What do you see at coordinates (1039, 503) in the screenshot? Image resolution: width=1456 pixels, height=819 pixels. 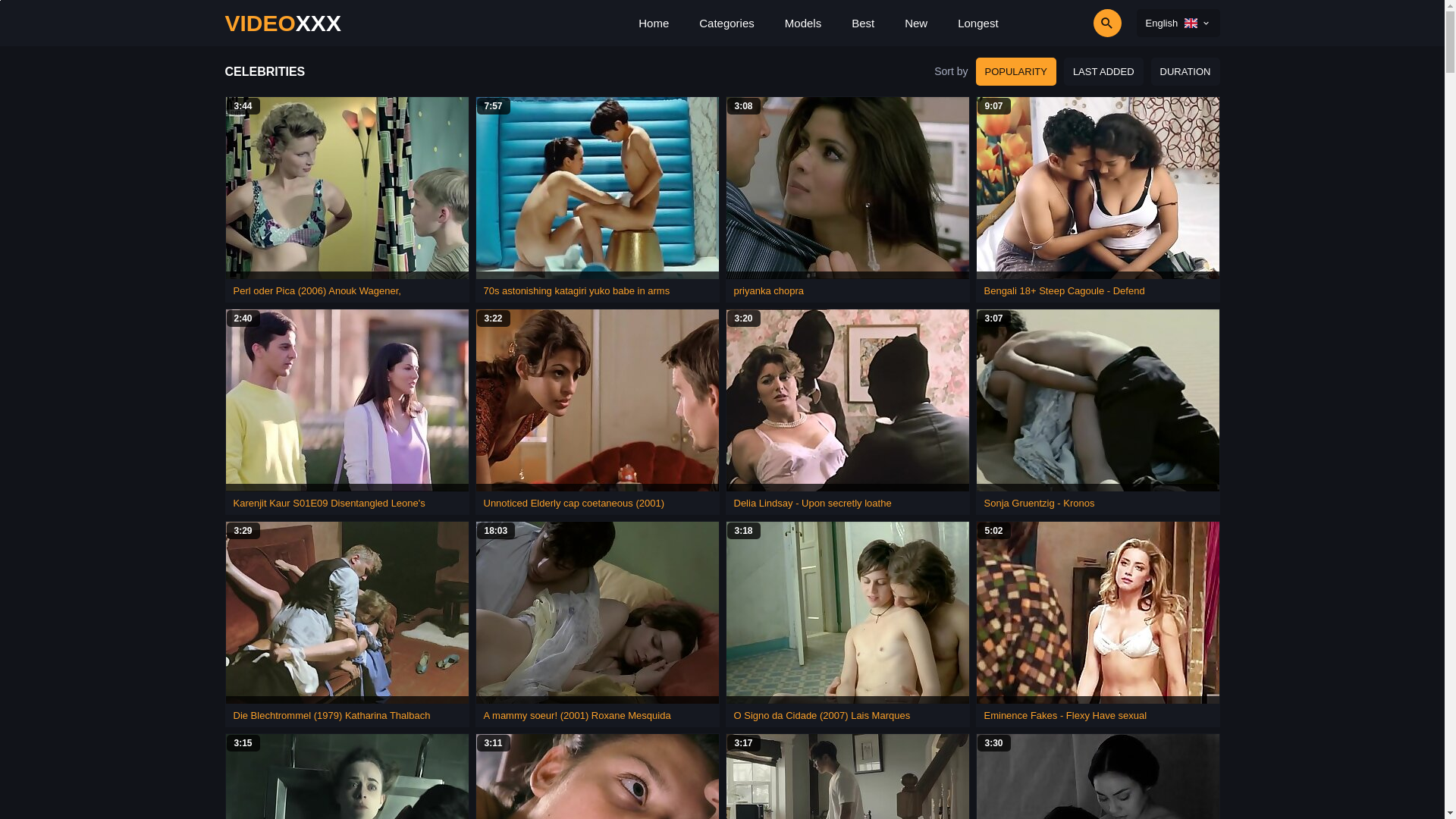 I see `'Sonja Gruentzig - Kronos'` at bounding box center [1039, 503].